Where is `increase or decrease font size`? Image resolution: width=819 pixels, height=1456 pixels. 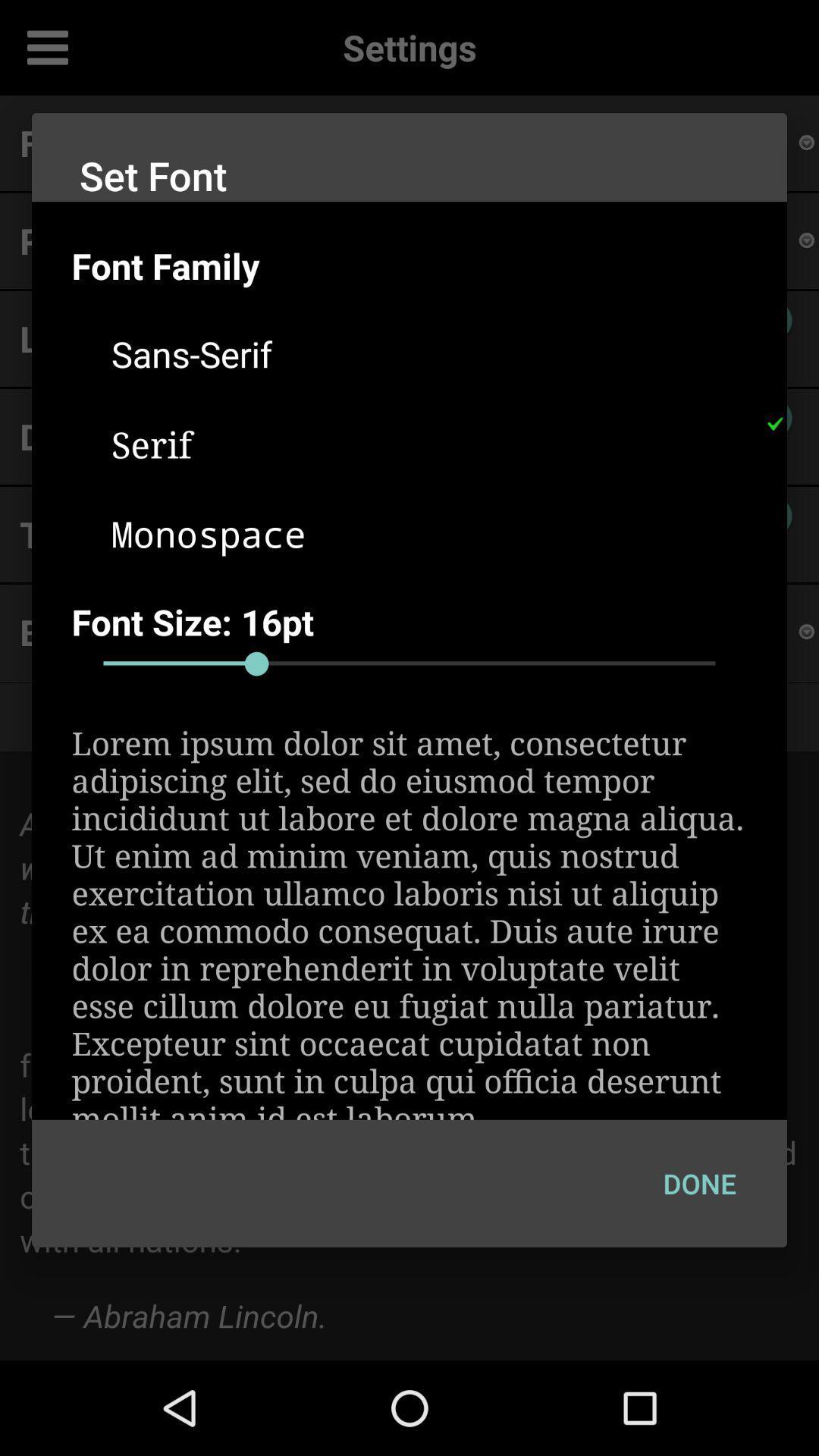 increase or decrease font size is located at coordinates (409, 664).